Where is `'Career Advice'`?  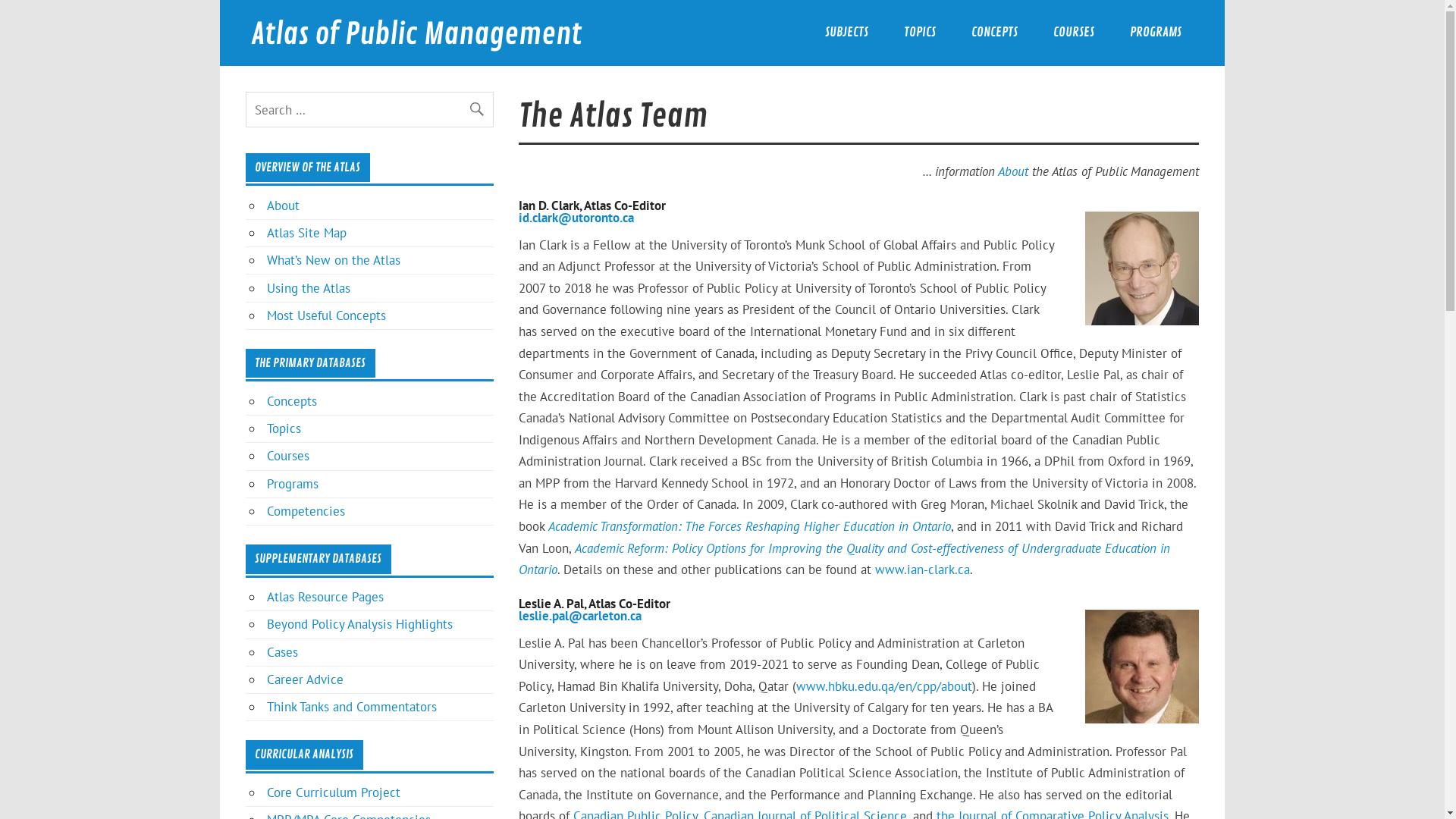 'Career Advice' is located at coordinates (304, 678).